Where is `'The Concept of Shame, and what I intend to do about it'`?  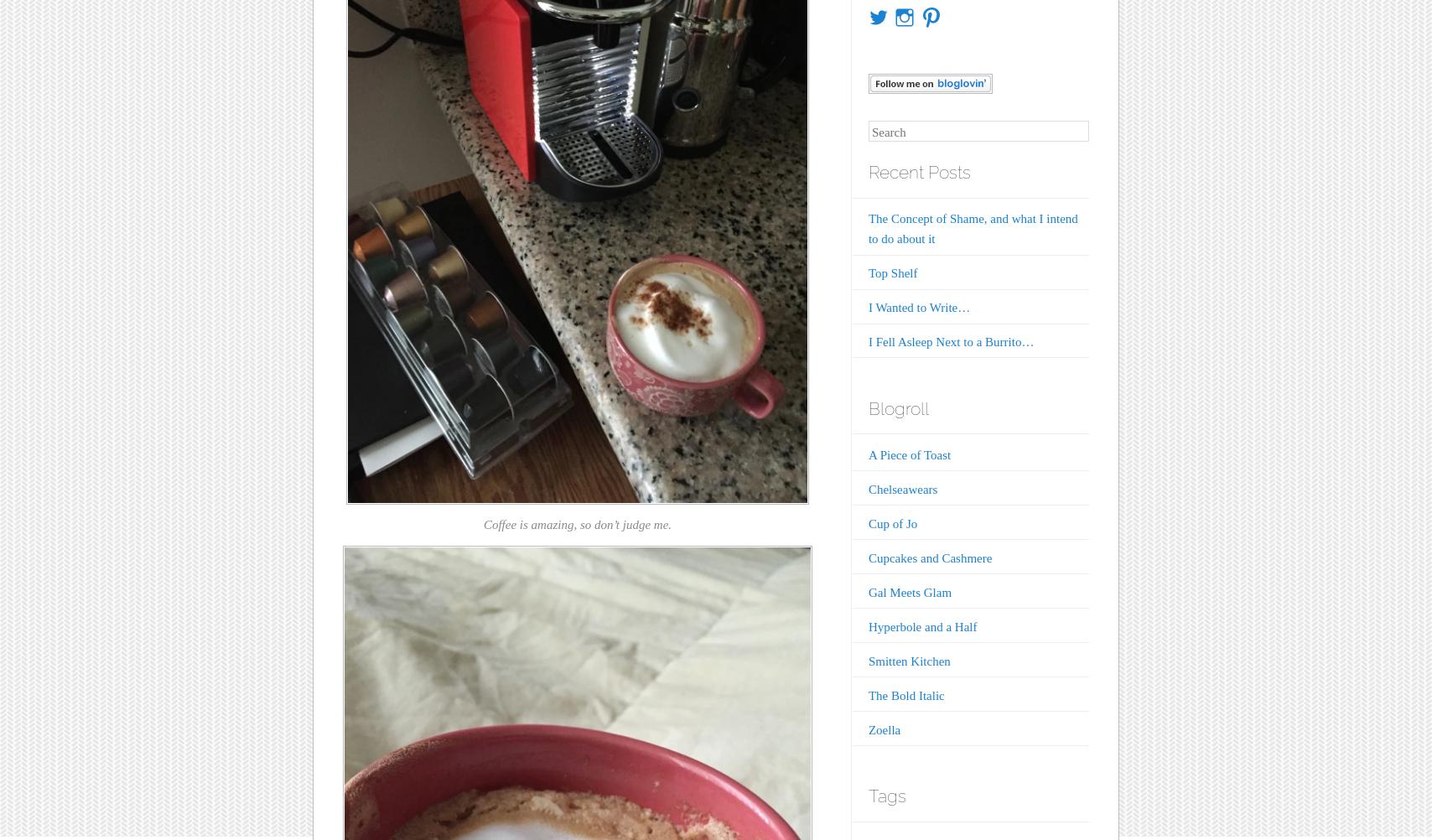
'The Concept of Shame, and what I intend to do about it' is located at coordinates (973, 228).